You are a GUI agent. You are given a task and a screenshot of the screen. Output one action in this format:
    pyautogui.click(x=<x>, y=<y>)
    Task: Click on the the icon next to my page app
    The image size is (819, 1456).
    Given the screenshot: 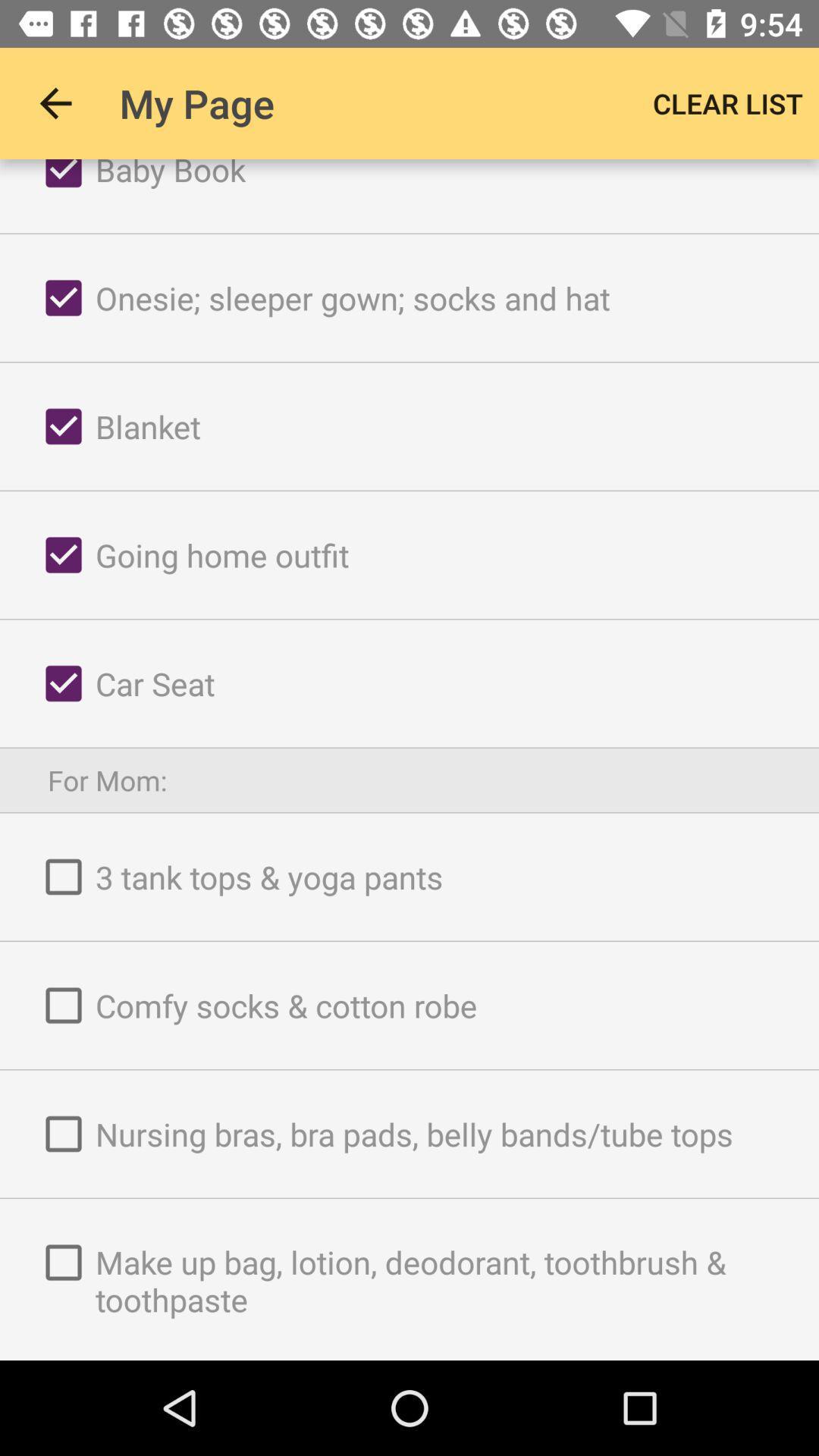 What is the action you would take?
    pyautogui.click(x=55, y=102)
    